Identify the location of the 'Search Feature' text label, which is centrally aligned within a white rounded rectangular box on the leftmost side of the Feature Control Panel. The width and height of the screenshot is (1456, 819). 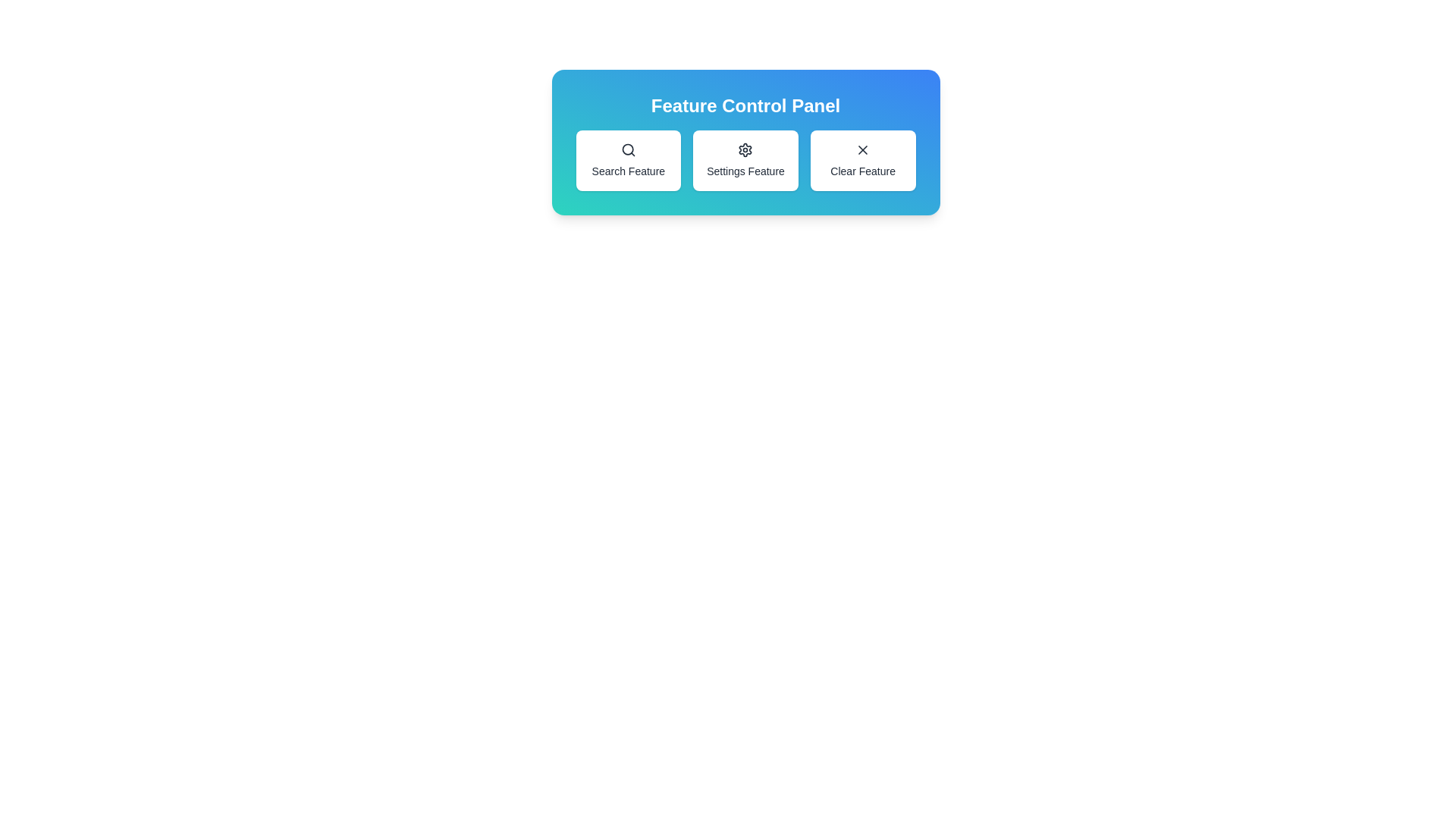
(628, 171).